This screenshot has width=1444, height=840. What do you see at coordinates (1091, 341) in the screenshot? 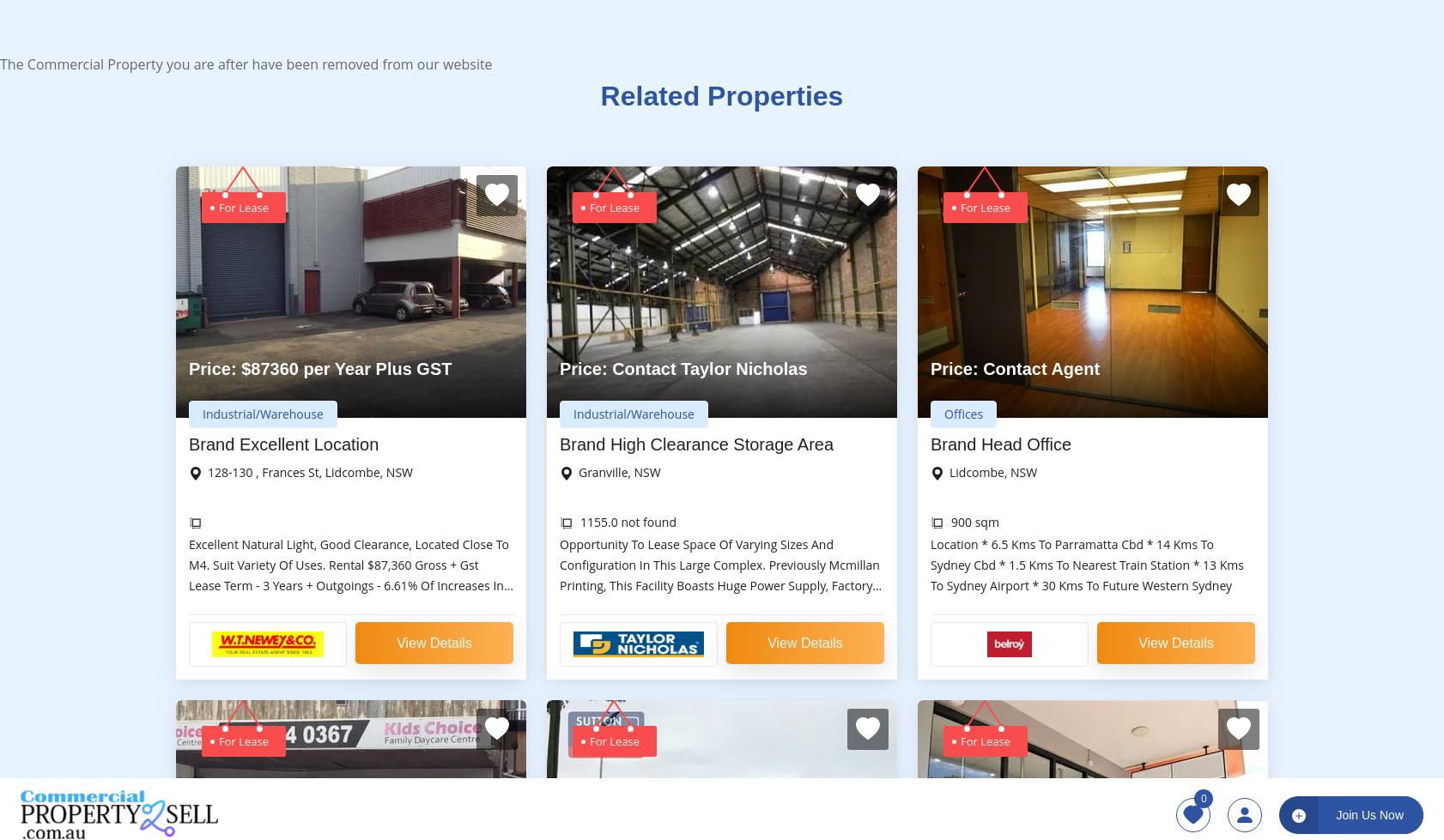
I see `'Gunning Real Estate Is Pleased To Present This Fully Fitted And Partitioned Office/shop. Located On The Ground Floor Of A Mixed-use Apartment And Facing Busy Parramatta Rd, The Property Is Within Minutes' Walk From 3 Train Stations: Homebush, North S'` at bounding box center [1091, 341].